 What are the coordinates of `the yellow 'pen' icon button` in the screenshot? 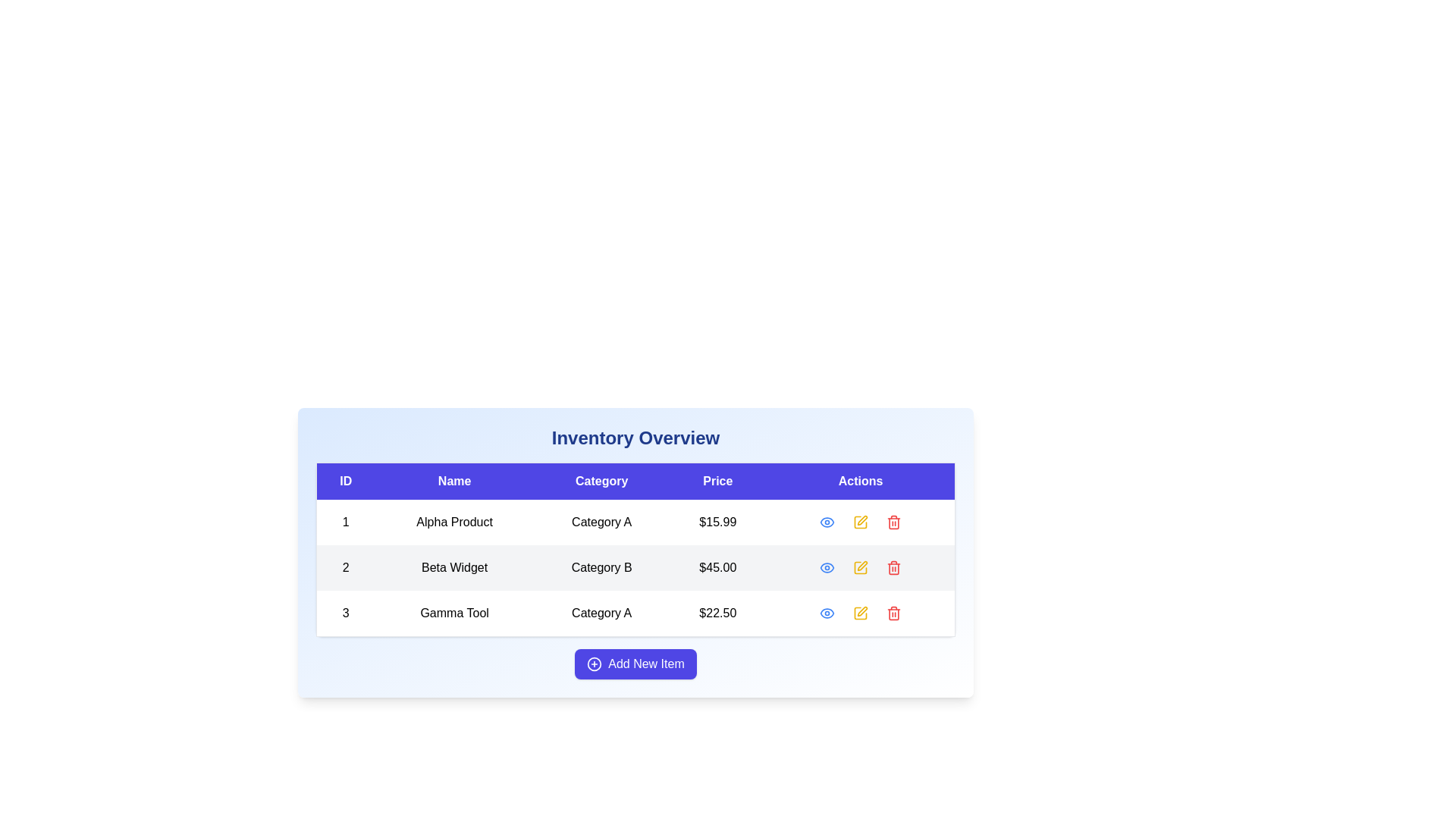 It's located at (861, 522).